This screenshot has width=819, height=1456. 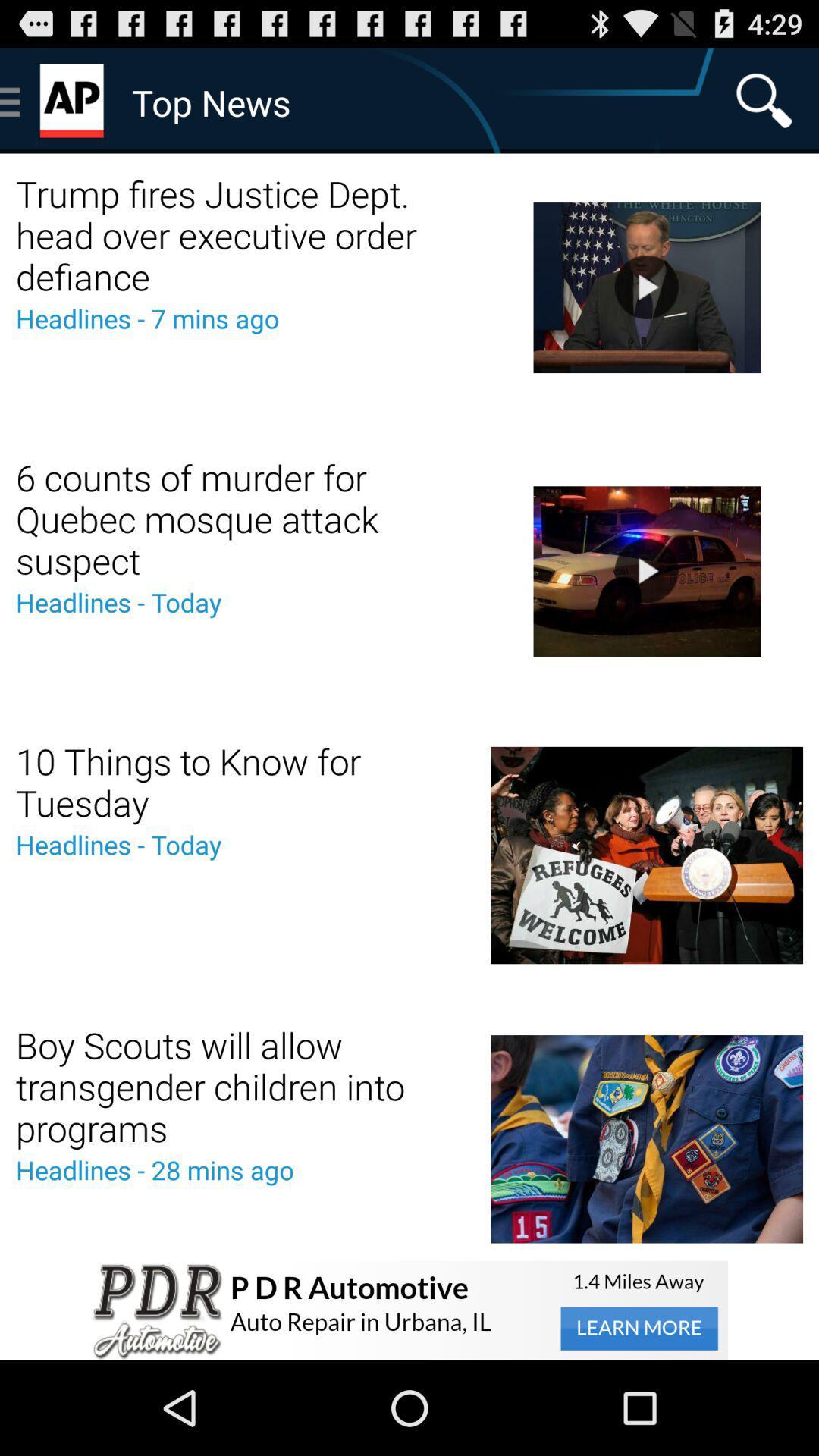 I want to click on app next to top news icon, so click(x=764, y=99).